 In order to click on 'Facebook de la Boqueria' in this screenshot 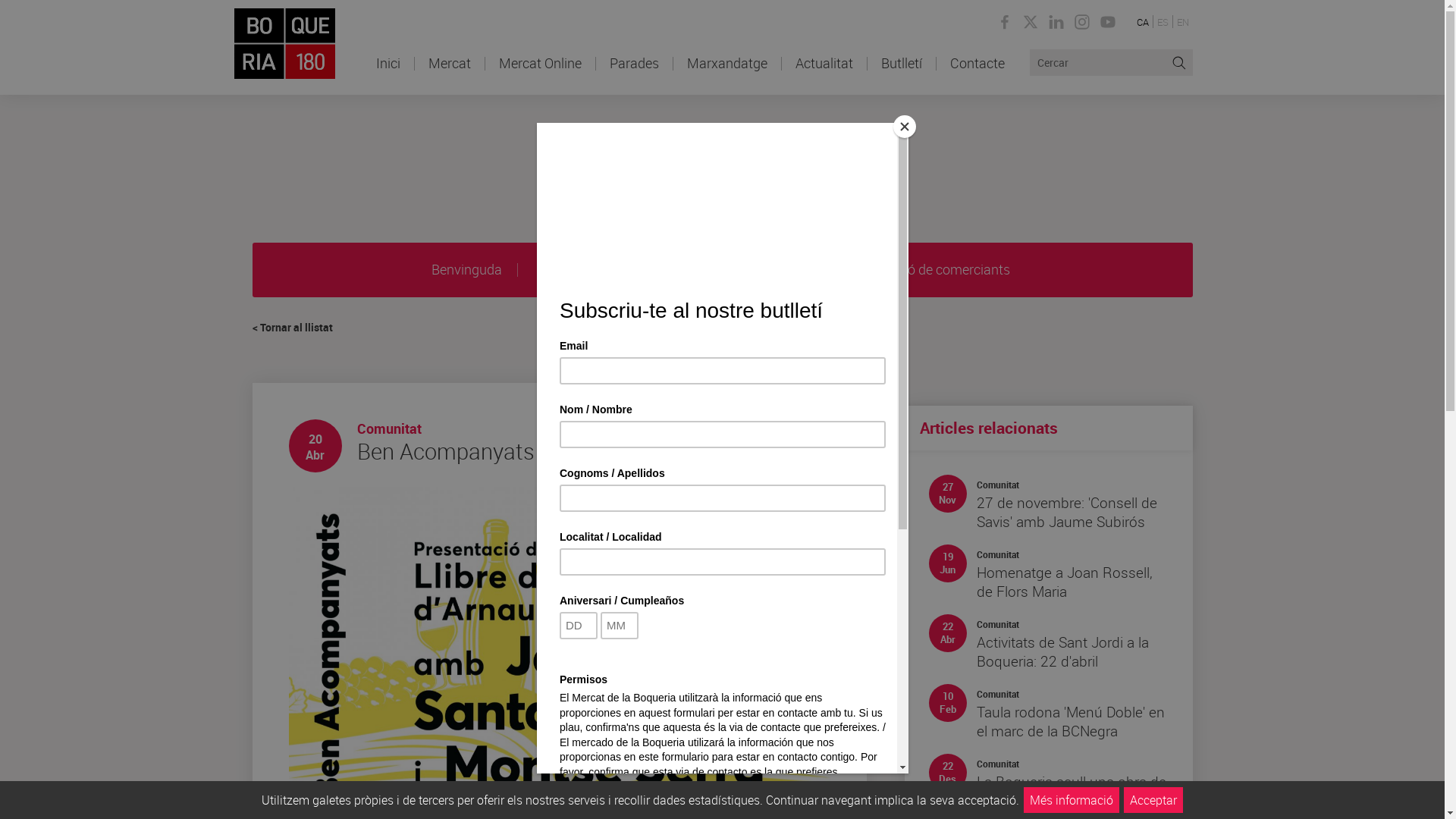, I will do `click(1004, 24)`.